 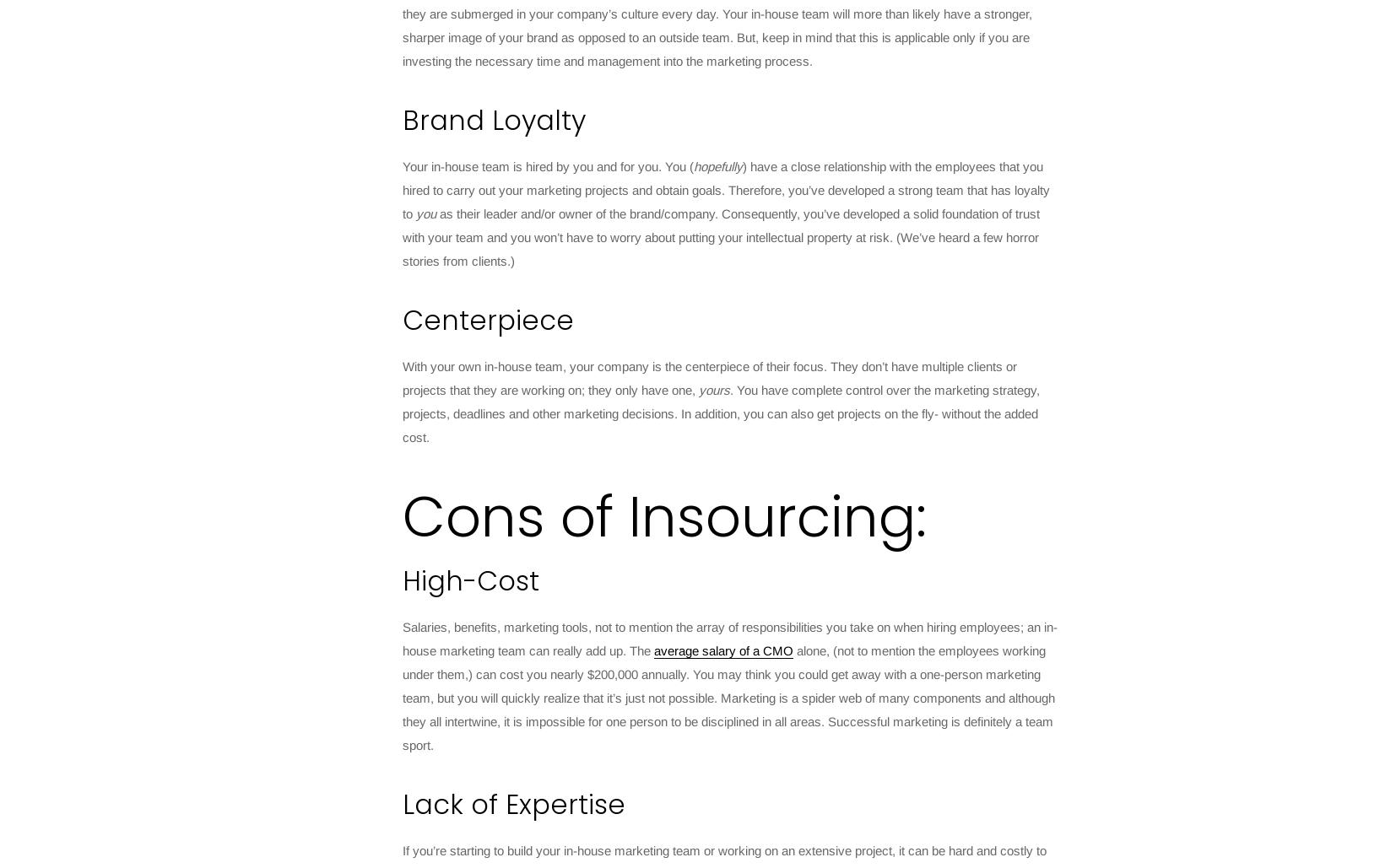 I want to click on 'average salary of a CMO', so click(x=654, y=650).